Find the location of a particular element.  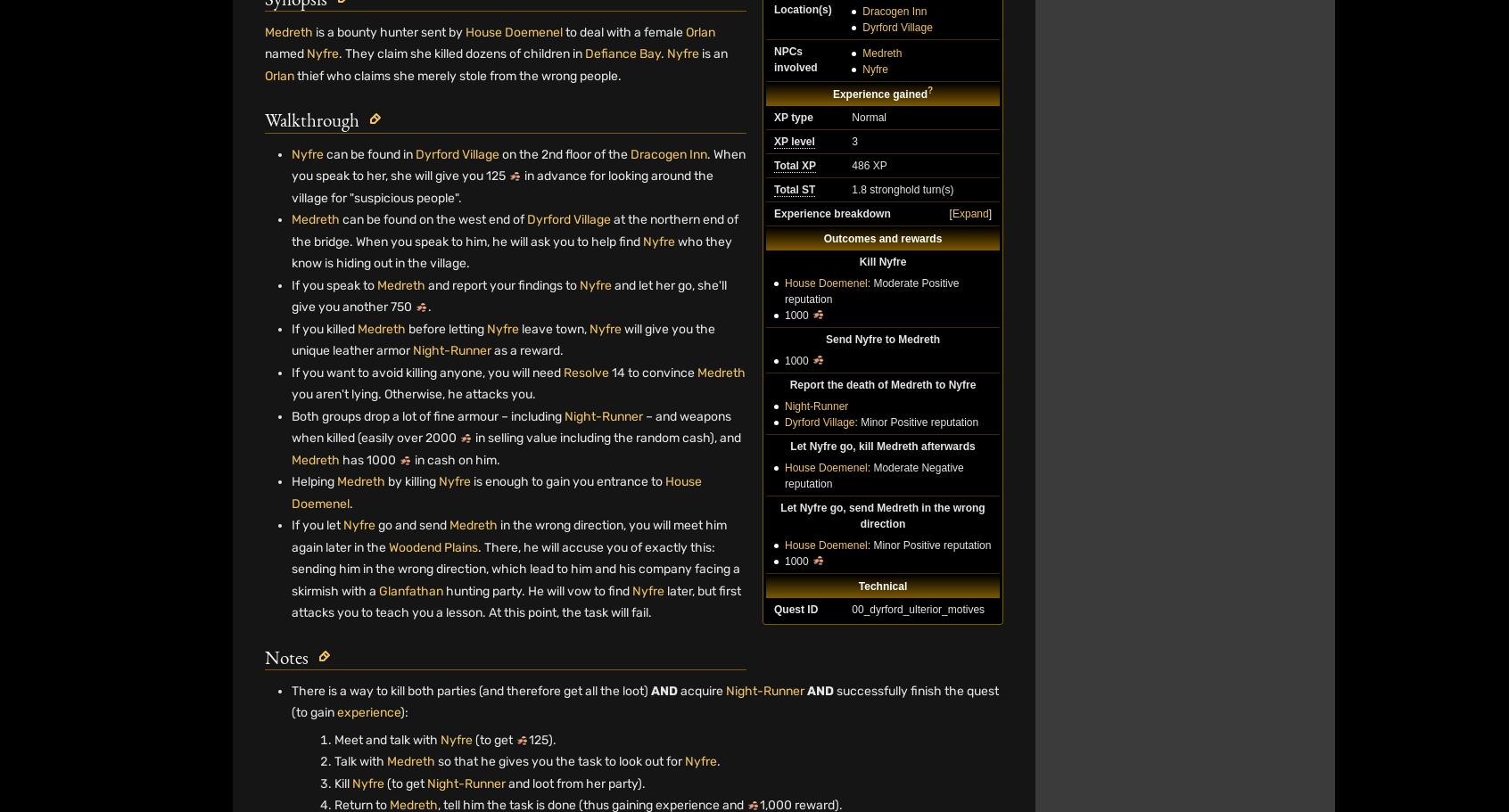

'Community' is located at coordinates (791, 742).